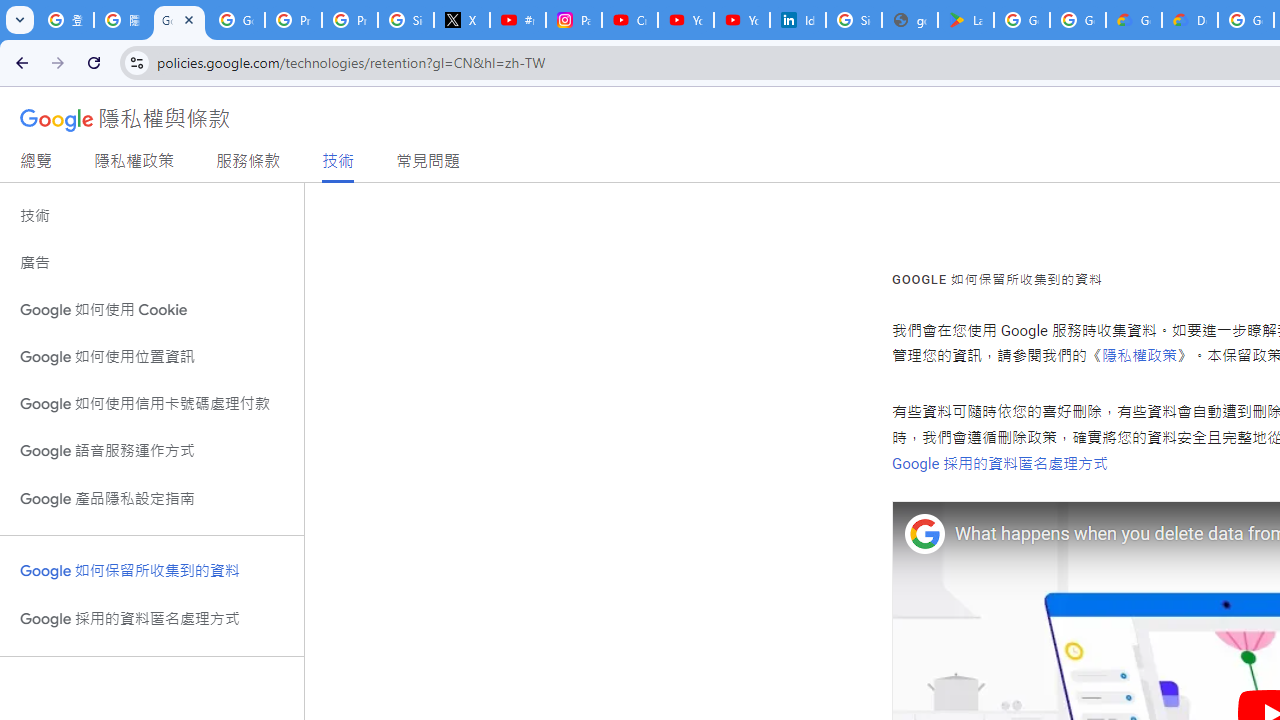 This screenshot has height=720, width=1280. I want to click on 'Google Workspace - Specific Terms', so click(1076, 20).